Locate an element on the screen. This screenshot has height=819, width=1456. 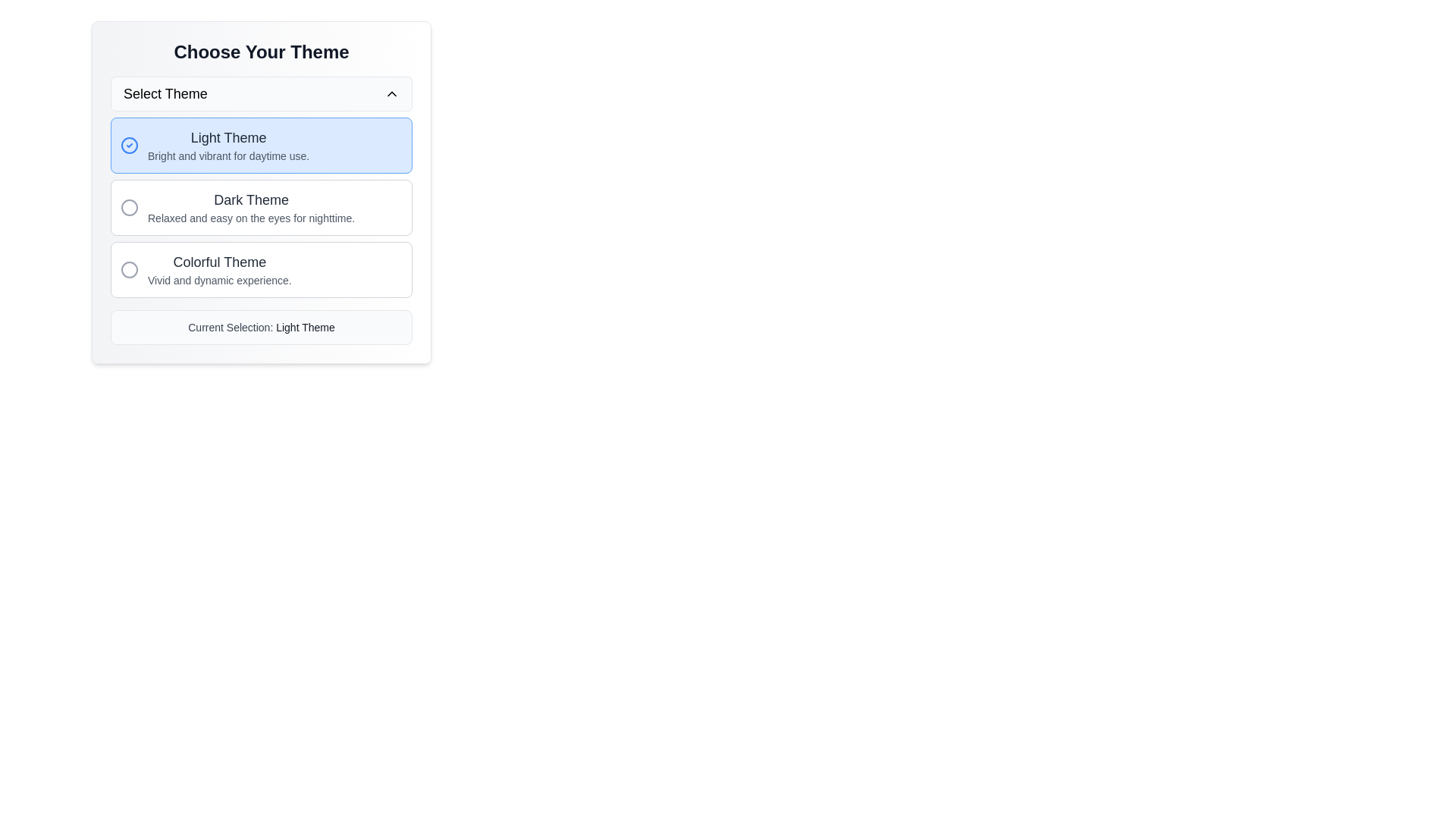
the 'Dark Theme' selectable list item with an embedded radio button, which has a white background and is positioned between the 'Light Theme' and 'Colorful Theme' options is located at coordinates (262, 207).